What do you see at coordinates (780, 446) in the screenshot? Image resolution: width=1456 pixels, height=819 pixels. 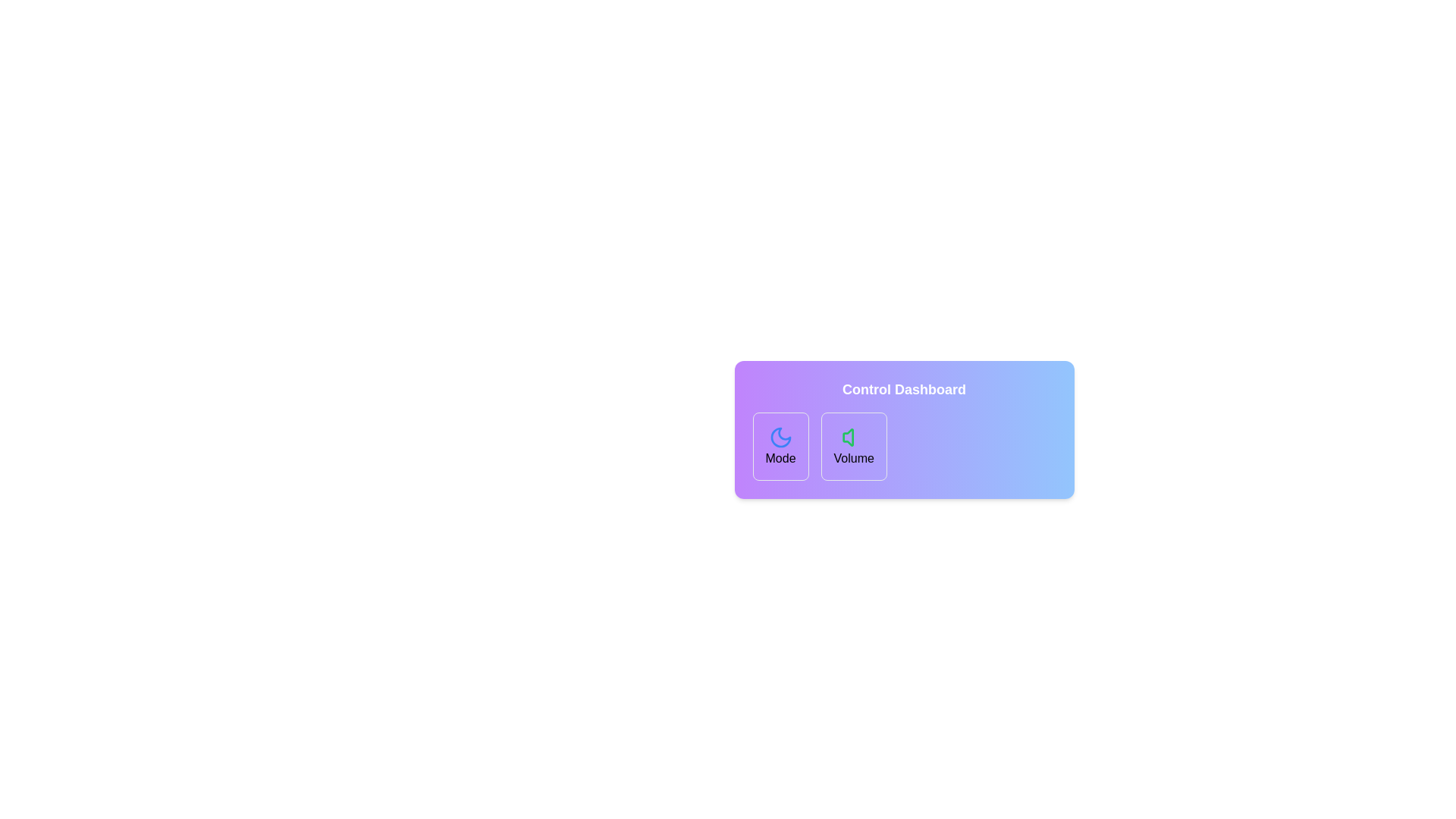 I see `the 'Mode' button to toggle its state` at bounding box center [780, 446].